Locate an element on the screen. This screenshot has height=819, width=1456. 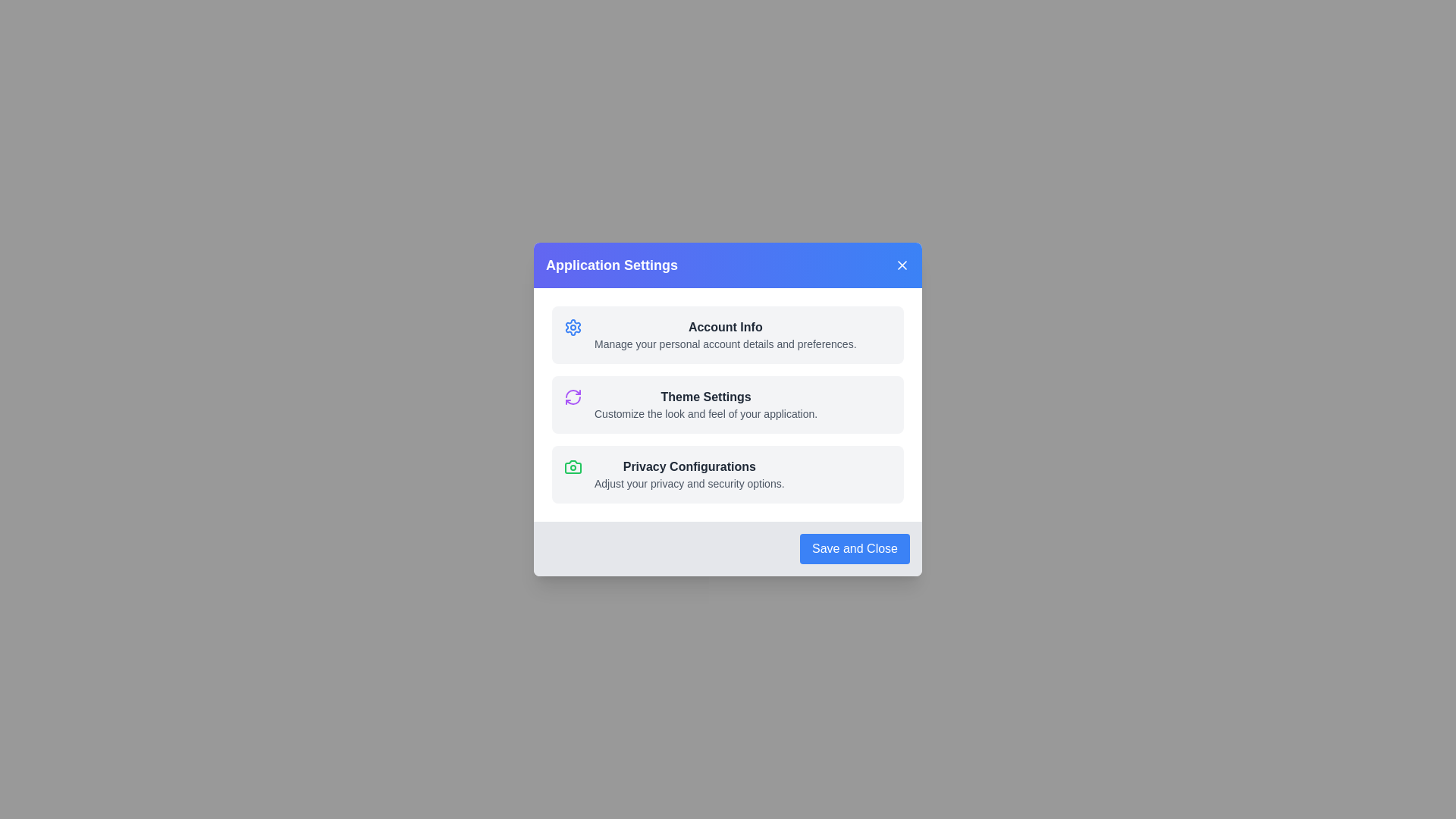
the close button to close the dialog is located at coordinates (902, 265).